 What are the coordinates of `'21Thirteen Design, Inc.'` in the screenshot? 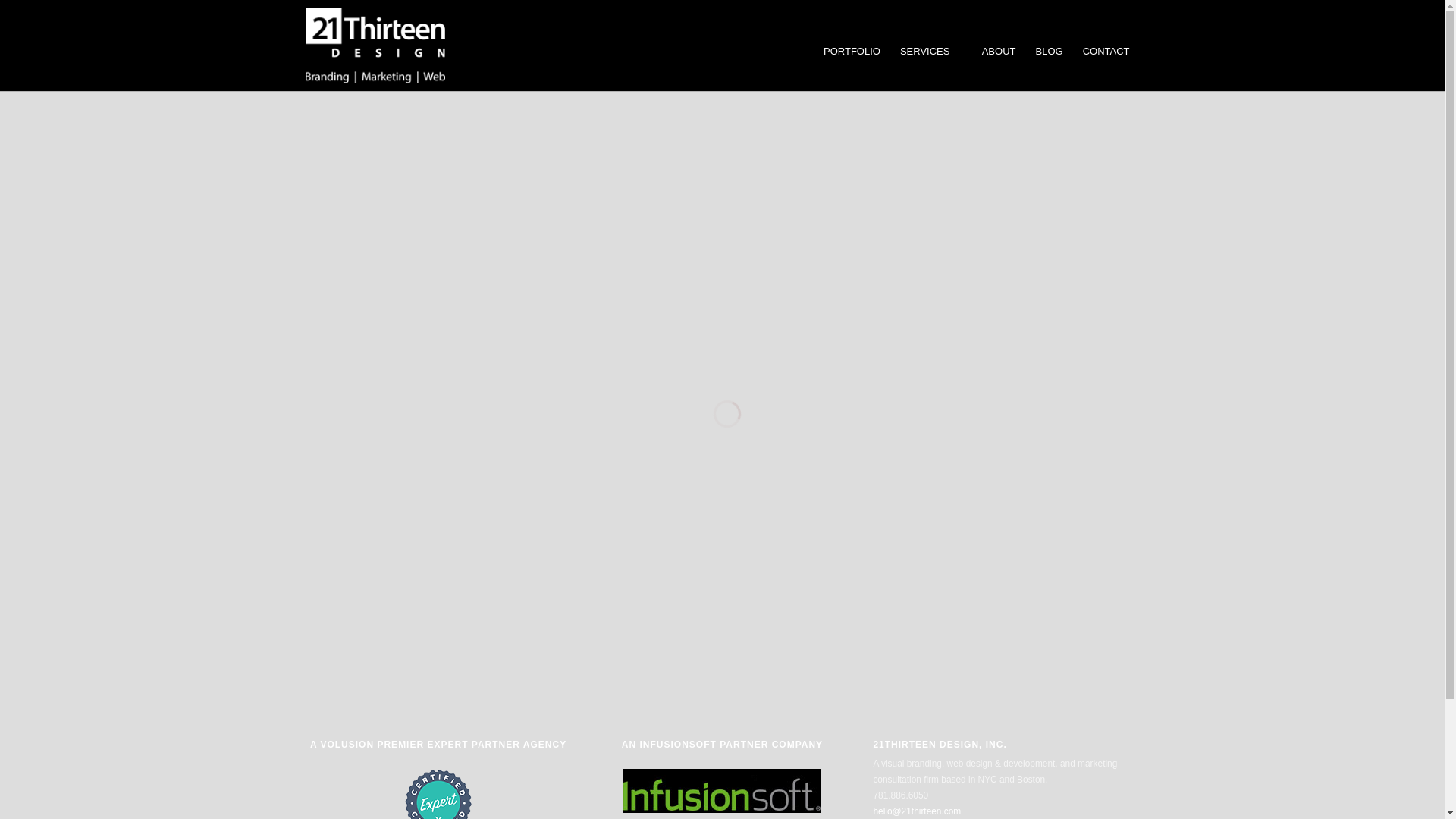 It's located at (375, 45).